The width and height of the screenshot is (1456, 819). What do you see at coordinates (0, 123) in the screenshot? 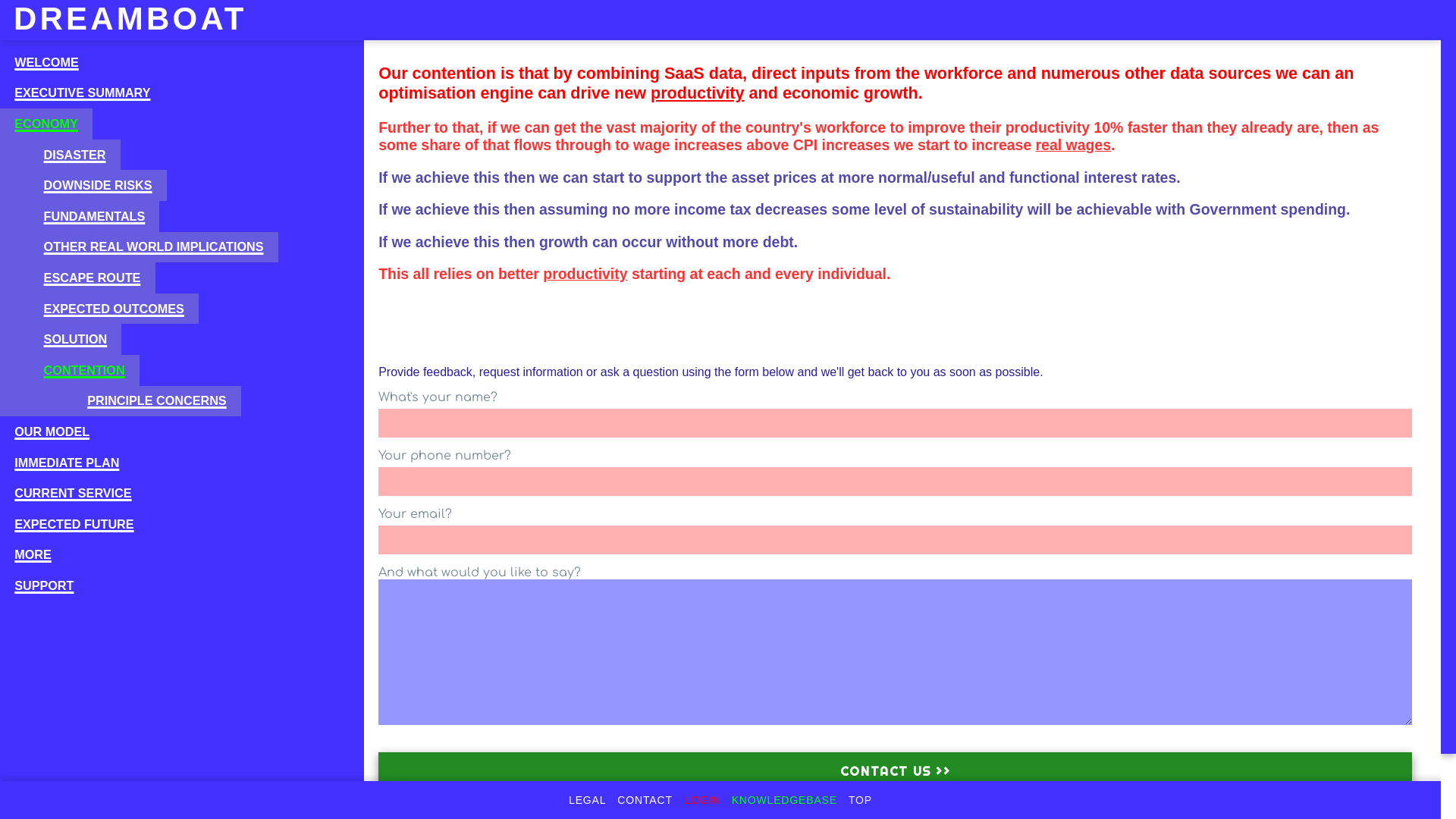
I see `'ECONOMY'` at bounding box center [0, 123].